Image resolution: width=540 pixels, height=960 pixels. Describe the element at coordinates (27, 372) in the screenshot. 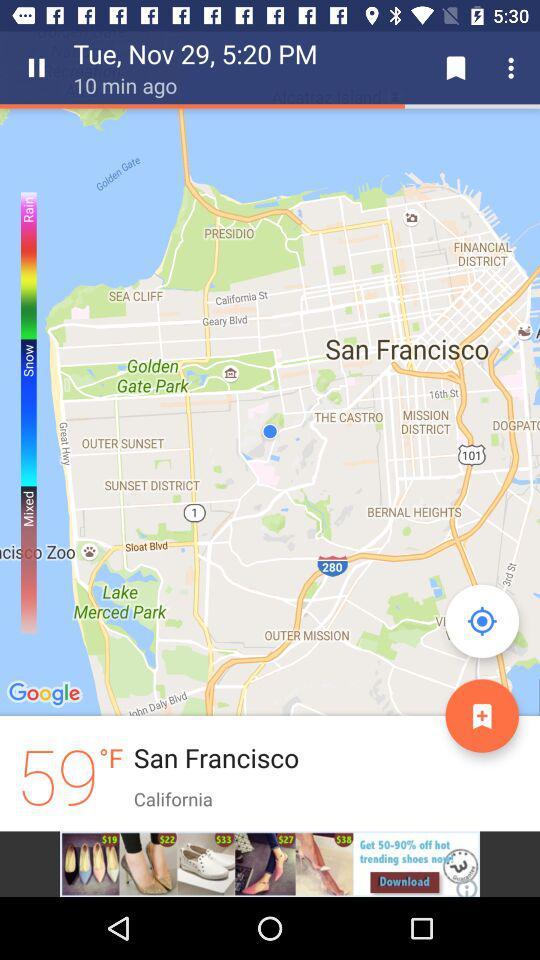

I see `the left corner scale` at that location.